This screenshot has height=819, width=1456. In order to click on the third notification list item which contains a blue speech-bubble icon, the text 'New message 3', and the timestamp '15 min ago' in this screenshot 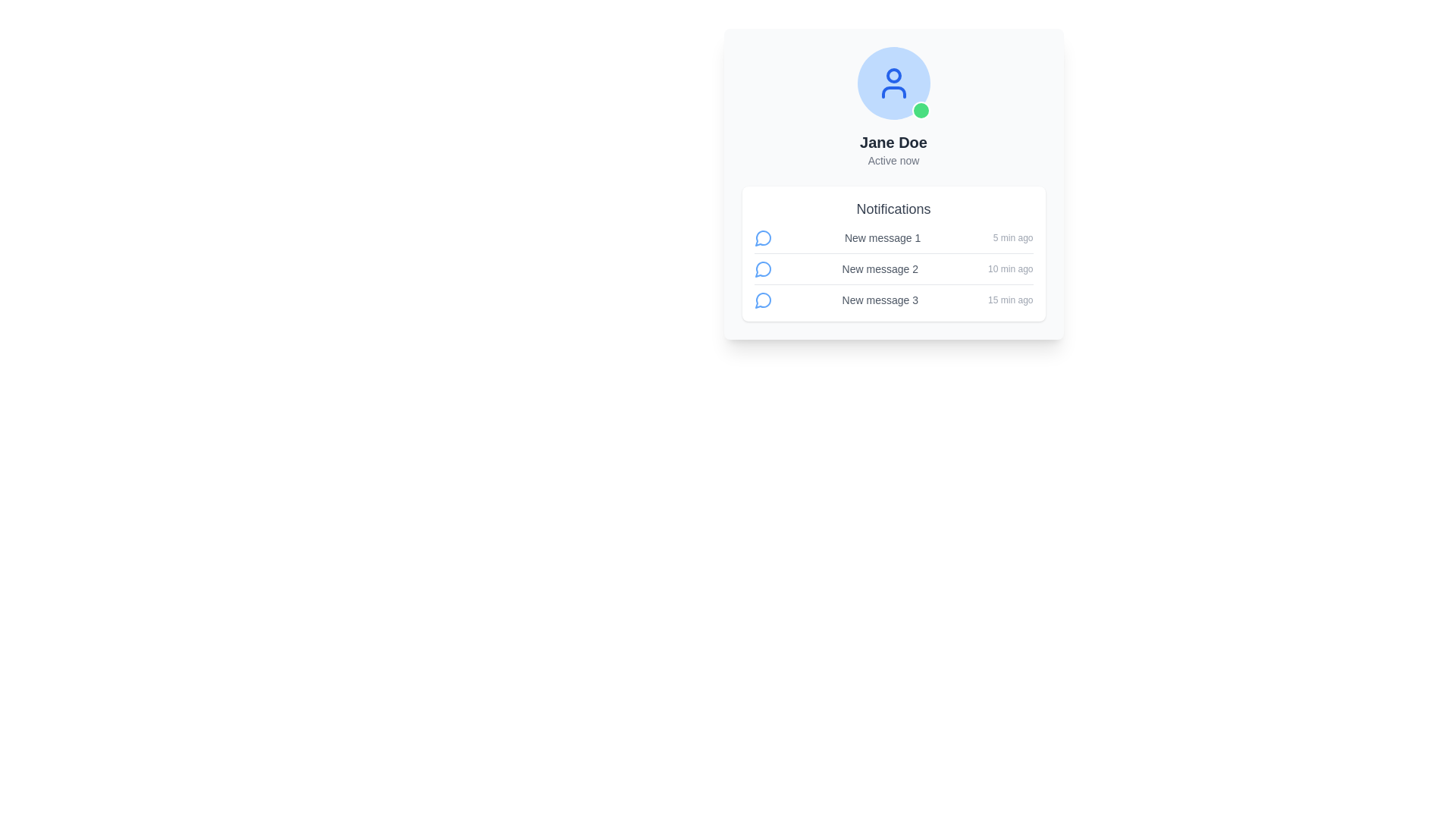, I will do `click(893, 300)`.